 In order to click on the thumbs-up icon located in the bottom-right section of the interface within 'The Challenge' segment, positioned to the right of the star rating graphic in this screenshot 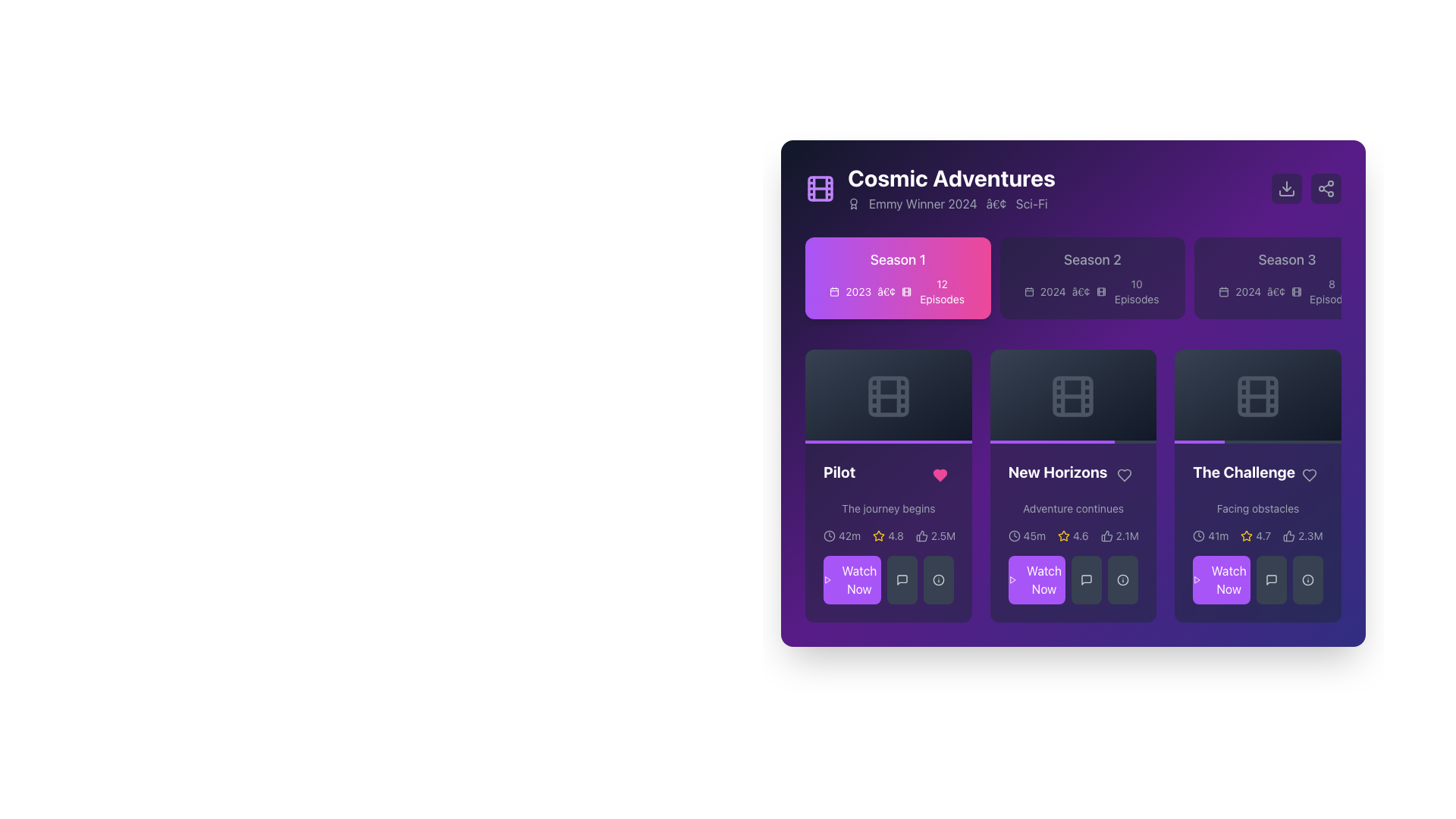, I will do `click(1288, 535)`.